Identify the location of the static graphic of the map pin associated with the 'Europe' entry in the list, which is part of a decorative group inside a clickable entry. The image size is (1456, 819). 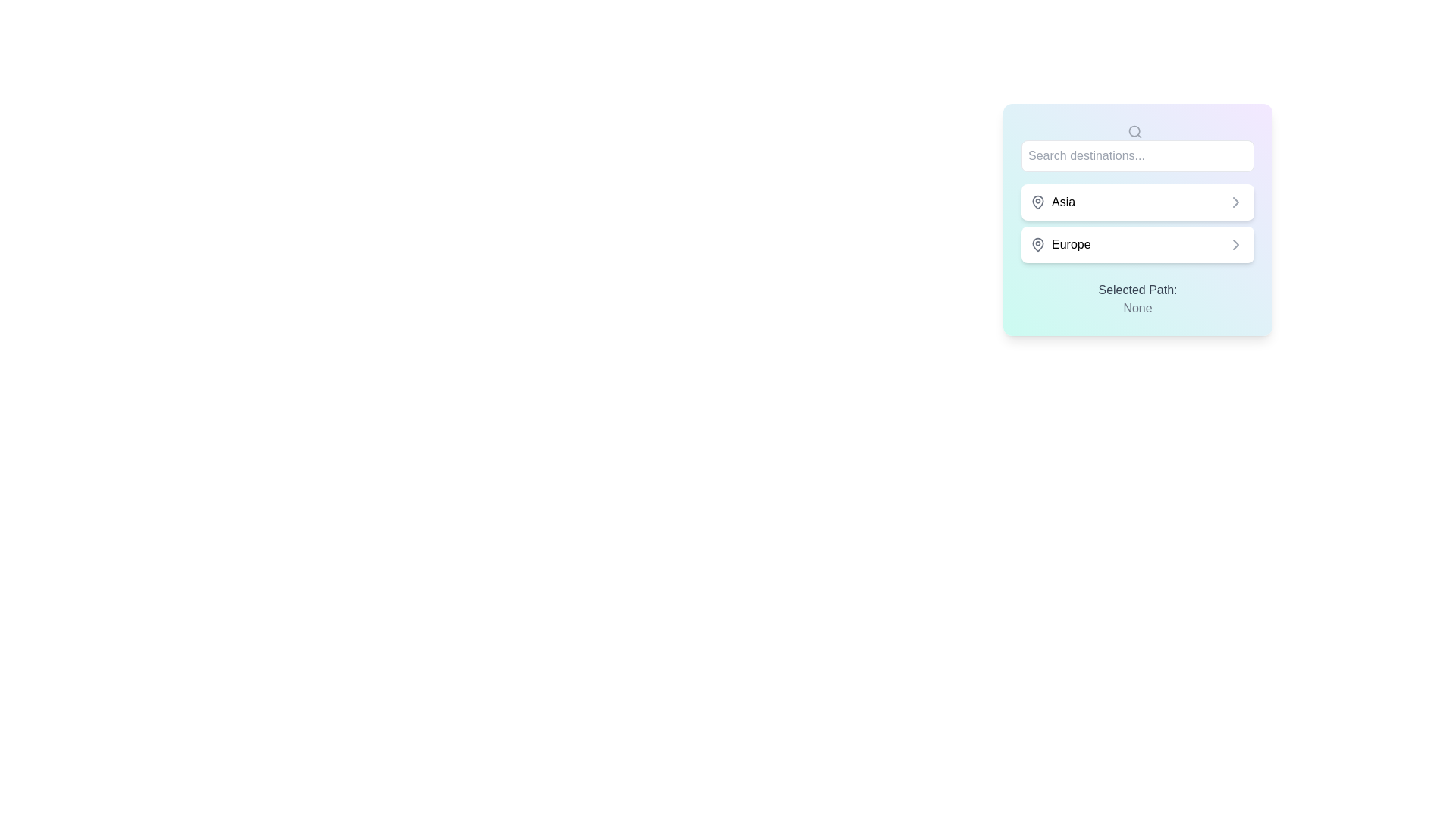
(1037, 243).